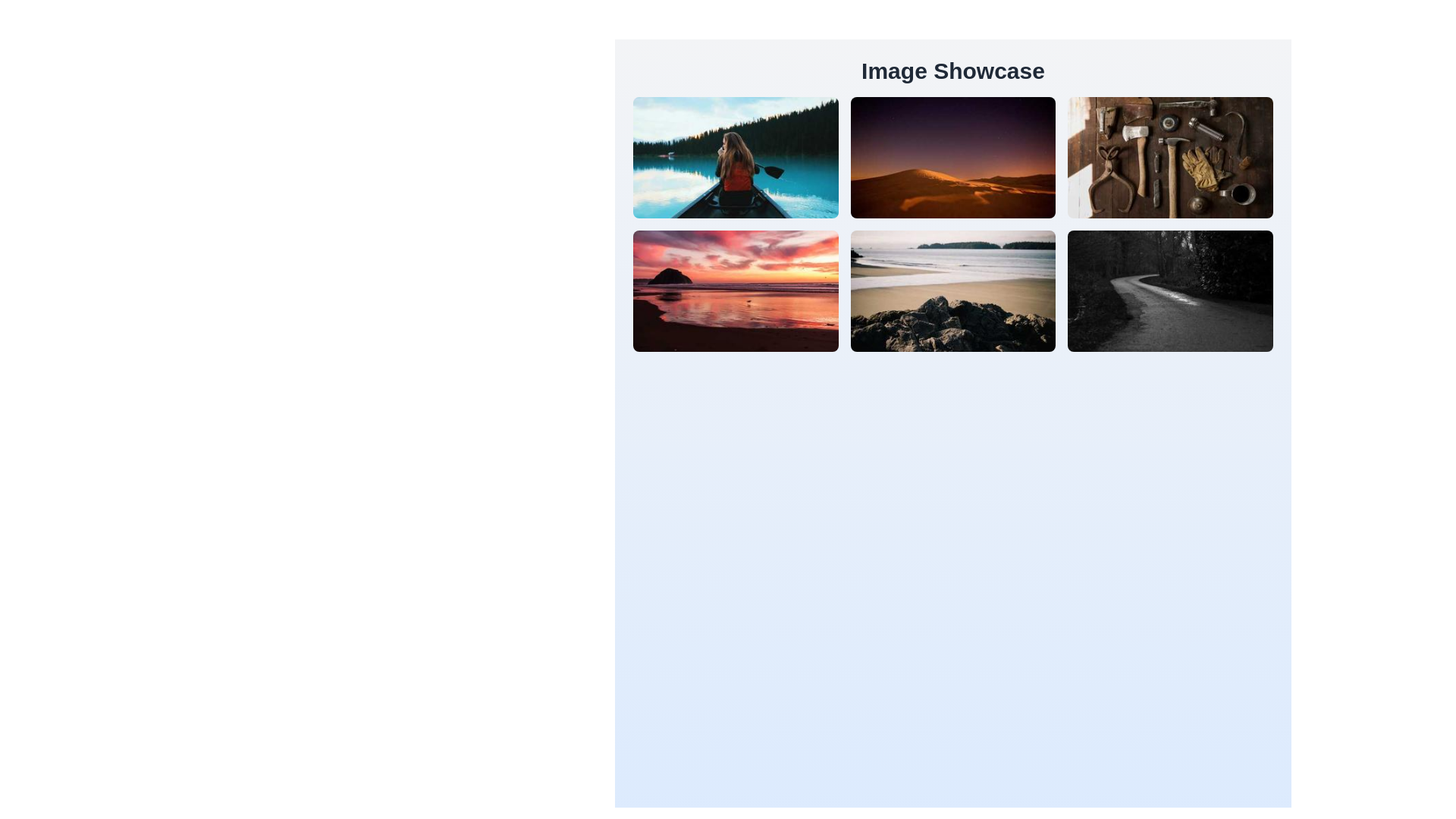 This screenshot has width=1456, height=819. What do you see at coordinates (1169, 158) in the screenshot?
I see `the image showcasing tools and accessories in the top-right corner of the grid layout to enlarge it` at bounding box center [1169, 158].